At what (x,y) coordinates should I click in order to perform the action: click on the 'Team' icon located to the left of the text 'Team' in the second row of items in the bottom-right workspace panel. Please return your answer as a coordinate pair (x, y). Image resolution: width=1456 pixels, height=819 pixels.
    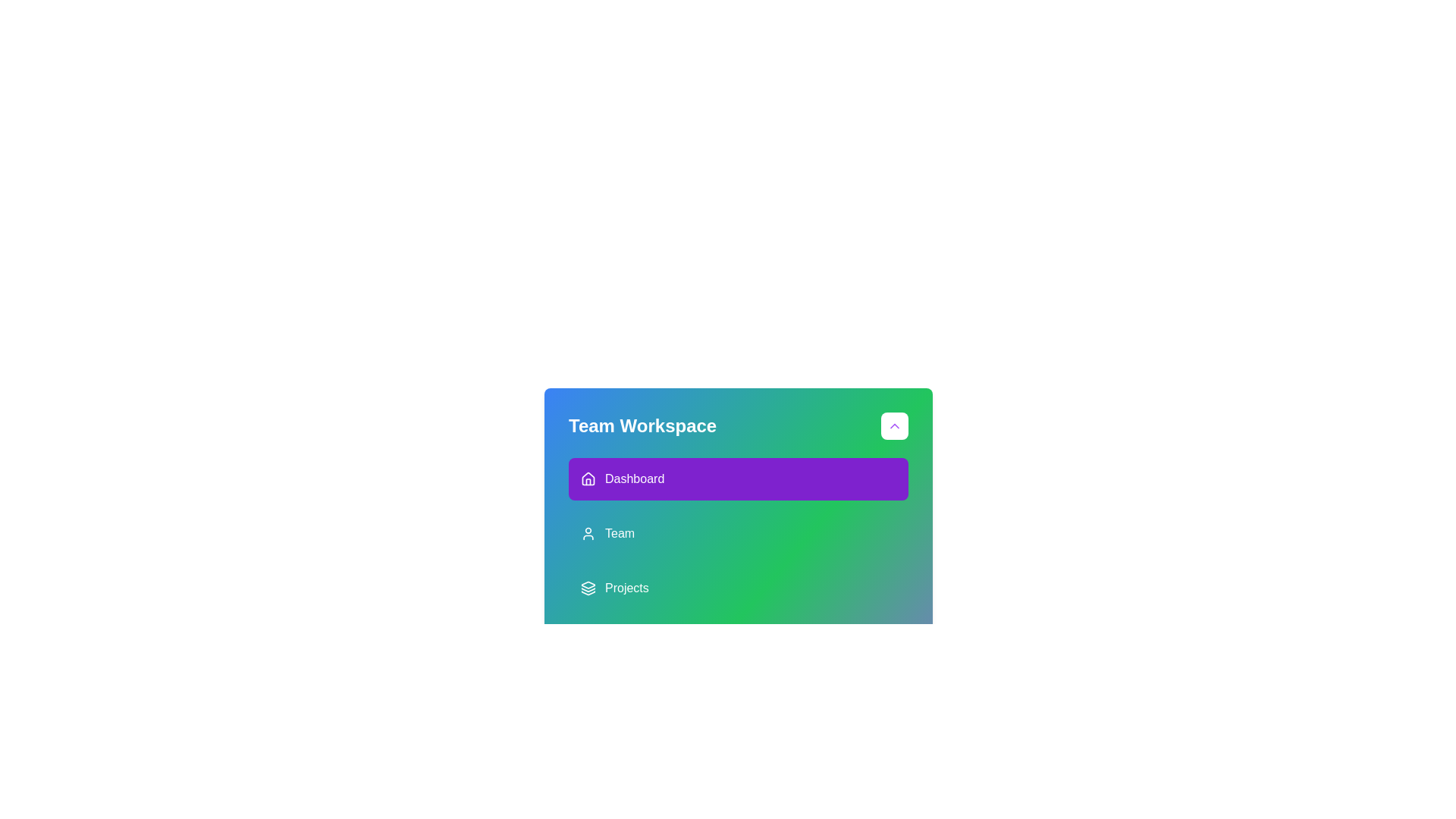
    Looking at the image, I should click on (588, 533).